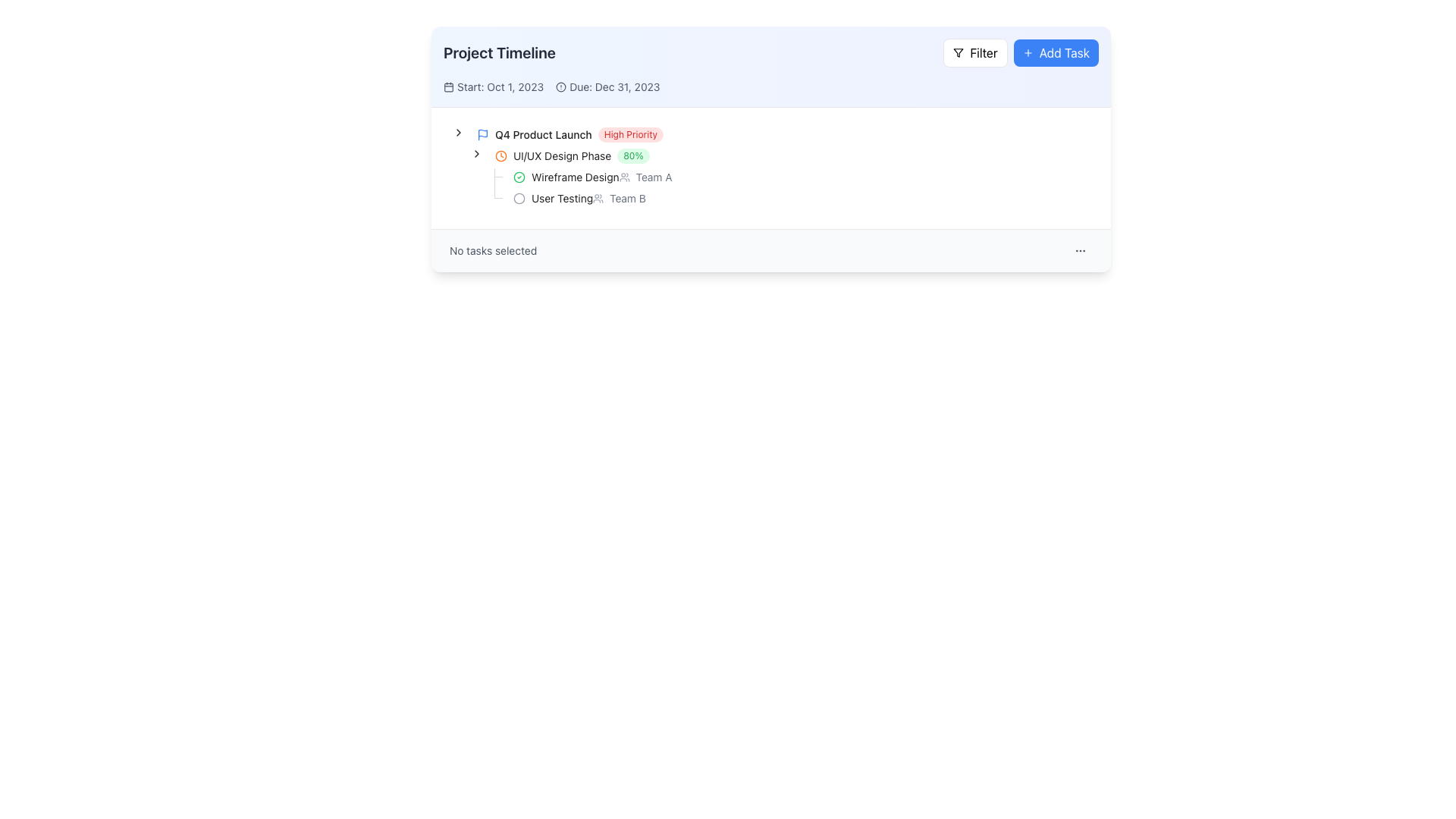  I want to click on text label displaying 'Filter' which is located in the upper-right section of the page, adjacent to a funnel-shaped icon, so click(984, 52).